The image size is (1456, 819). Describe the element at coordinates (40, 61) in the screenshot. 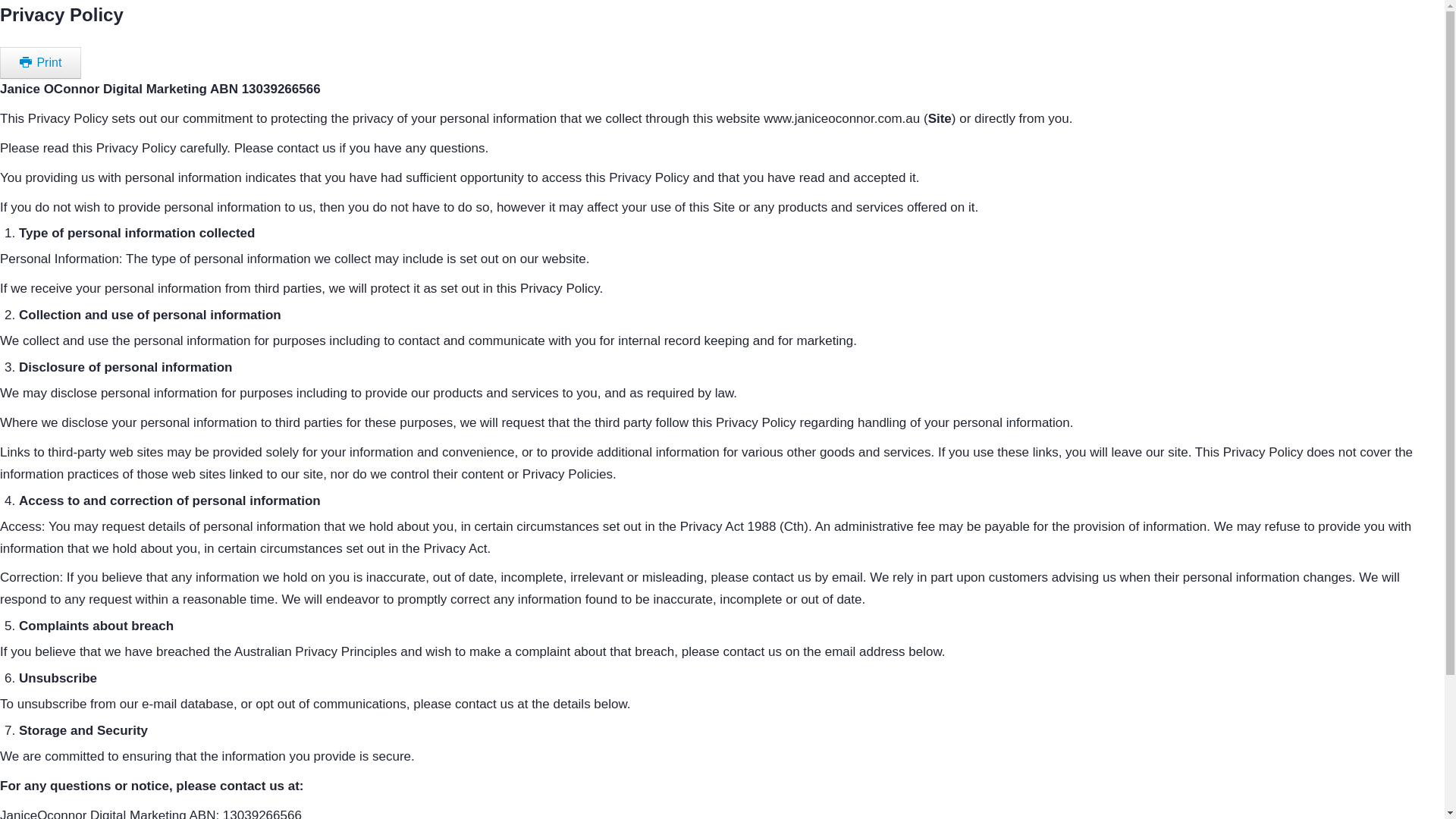

I see `'Print'` at that location.